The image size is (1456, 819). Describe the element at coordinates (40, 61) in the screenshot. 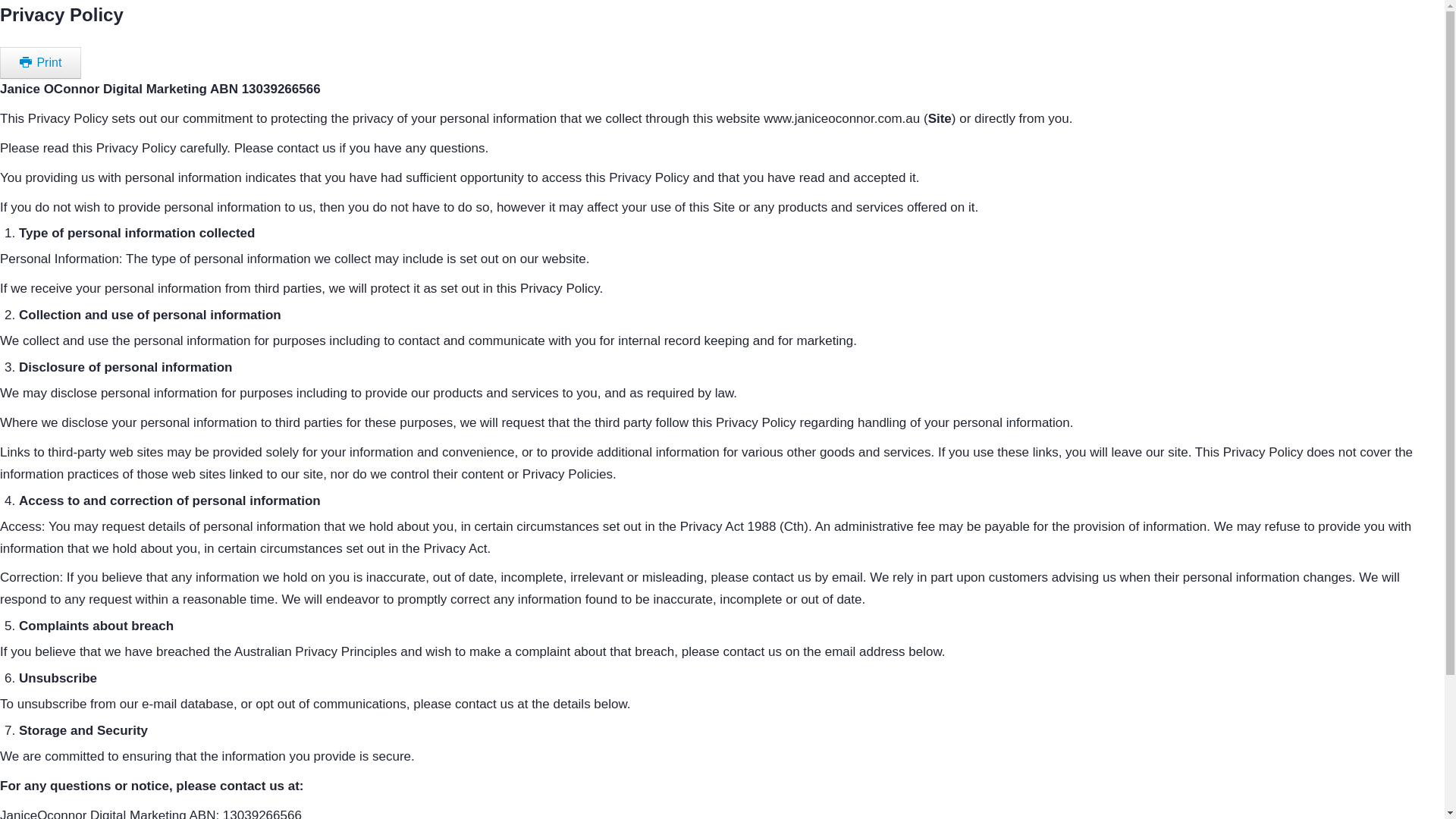

I see `'Print'` at that location.